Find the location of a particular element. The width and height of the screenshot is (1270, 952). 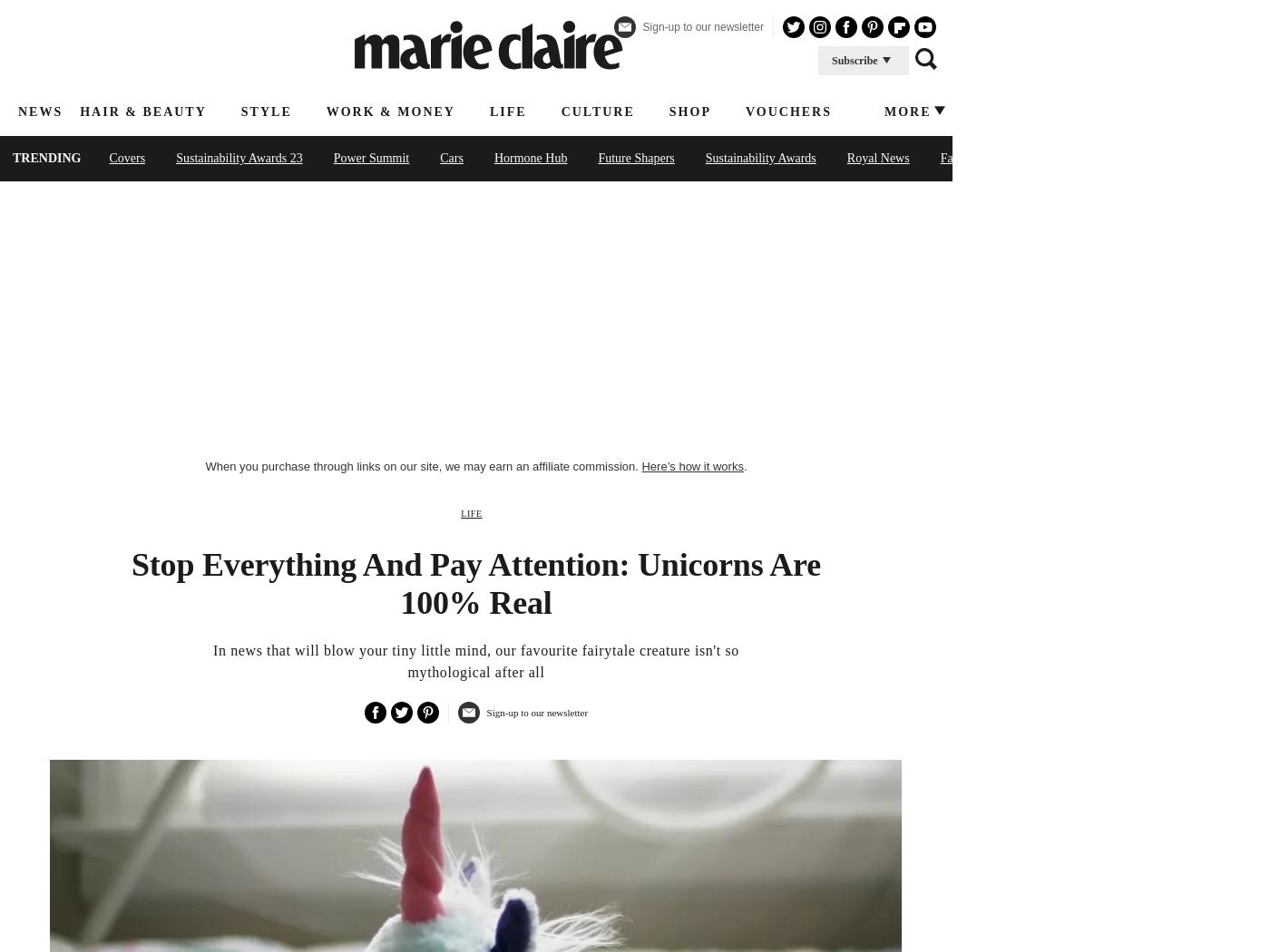

'Royal News' is located at coordinates (877, 158).